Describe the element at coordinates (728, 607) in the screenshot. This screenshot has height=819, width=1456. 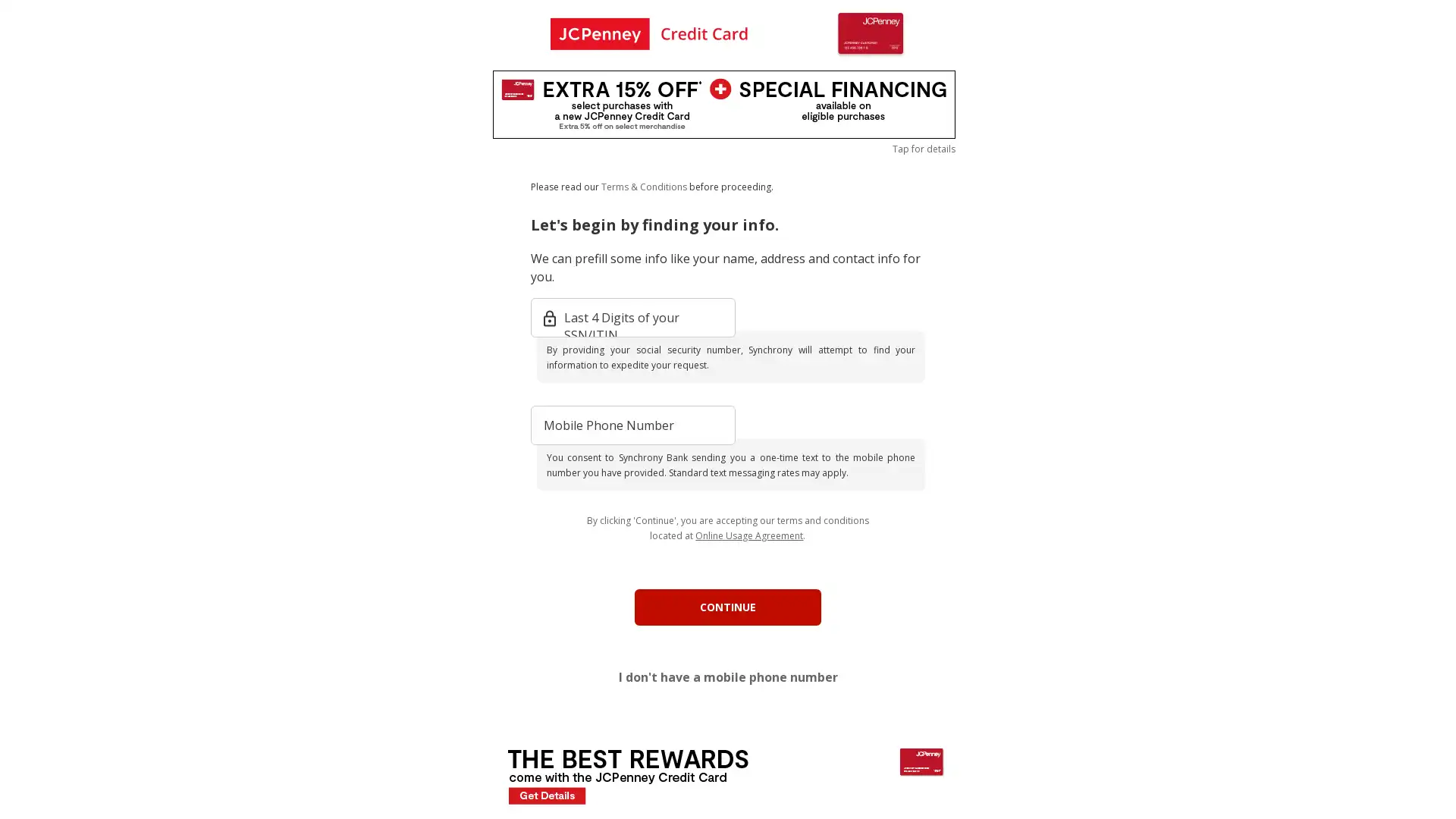
I see `CONTINUE` at that location.